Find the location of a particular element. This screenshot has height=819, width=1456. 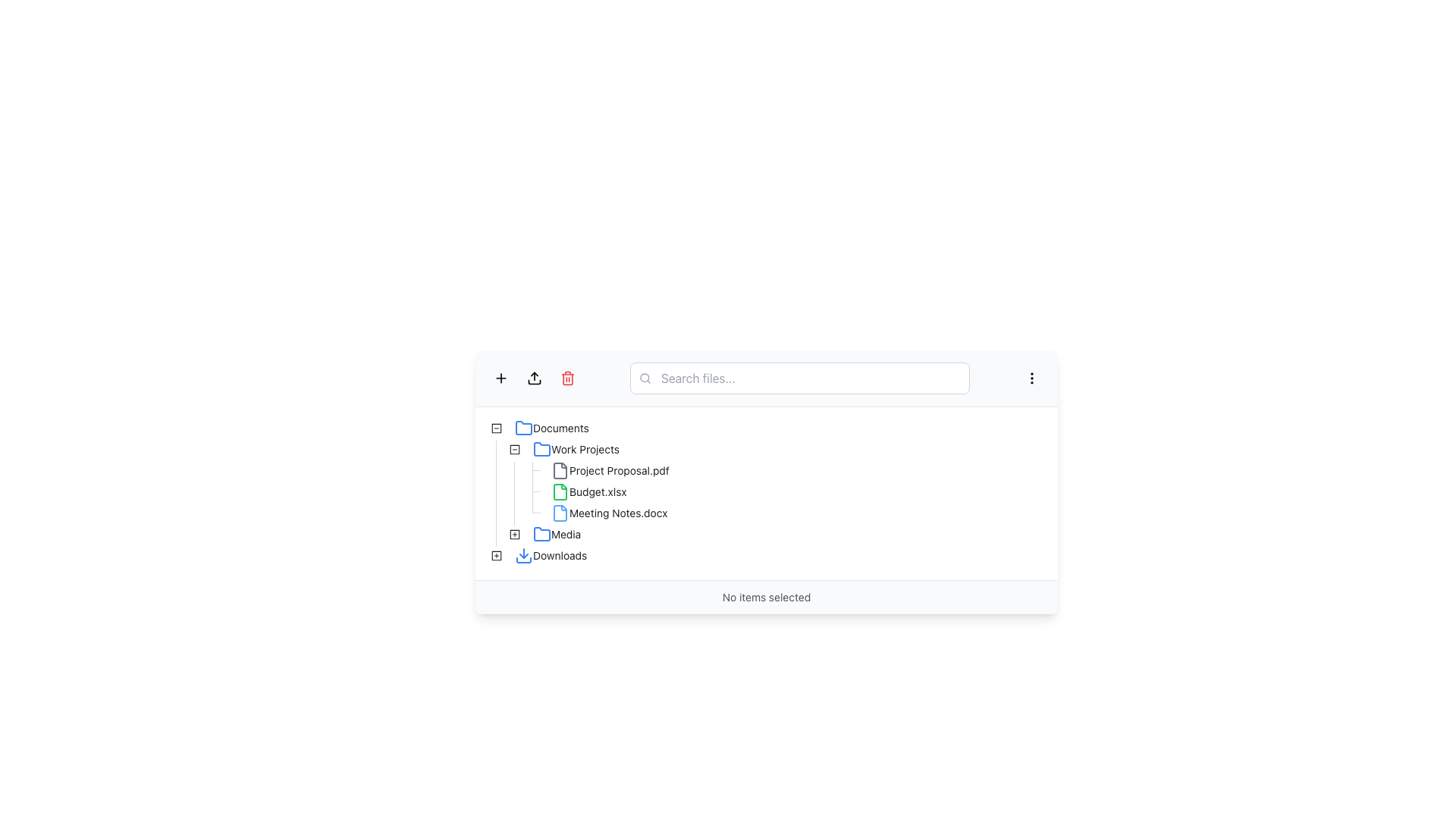

the blue downward arrow icon representing the download symbol to focus or select the associated 'Downloads' folder in the file tree structure is located at coordinates (524, 555).